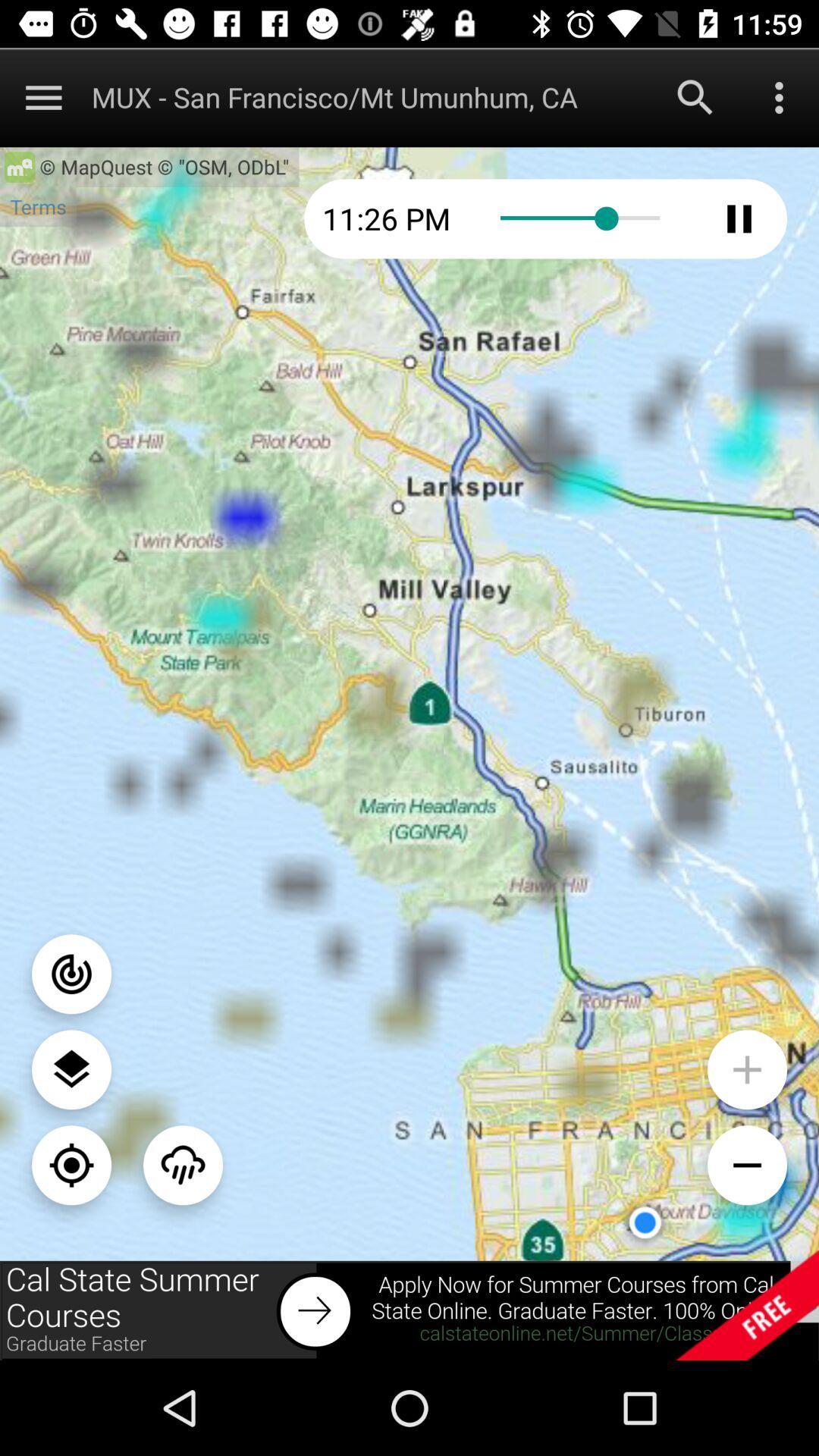 The width and height of the screenshot is (819, 1456). Describe the element at coordinates (746, 1068) in the screenshot. I see `add option` at that location.